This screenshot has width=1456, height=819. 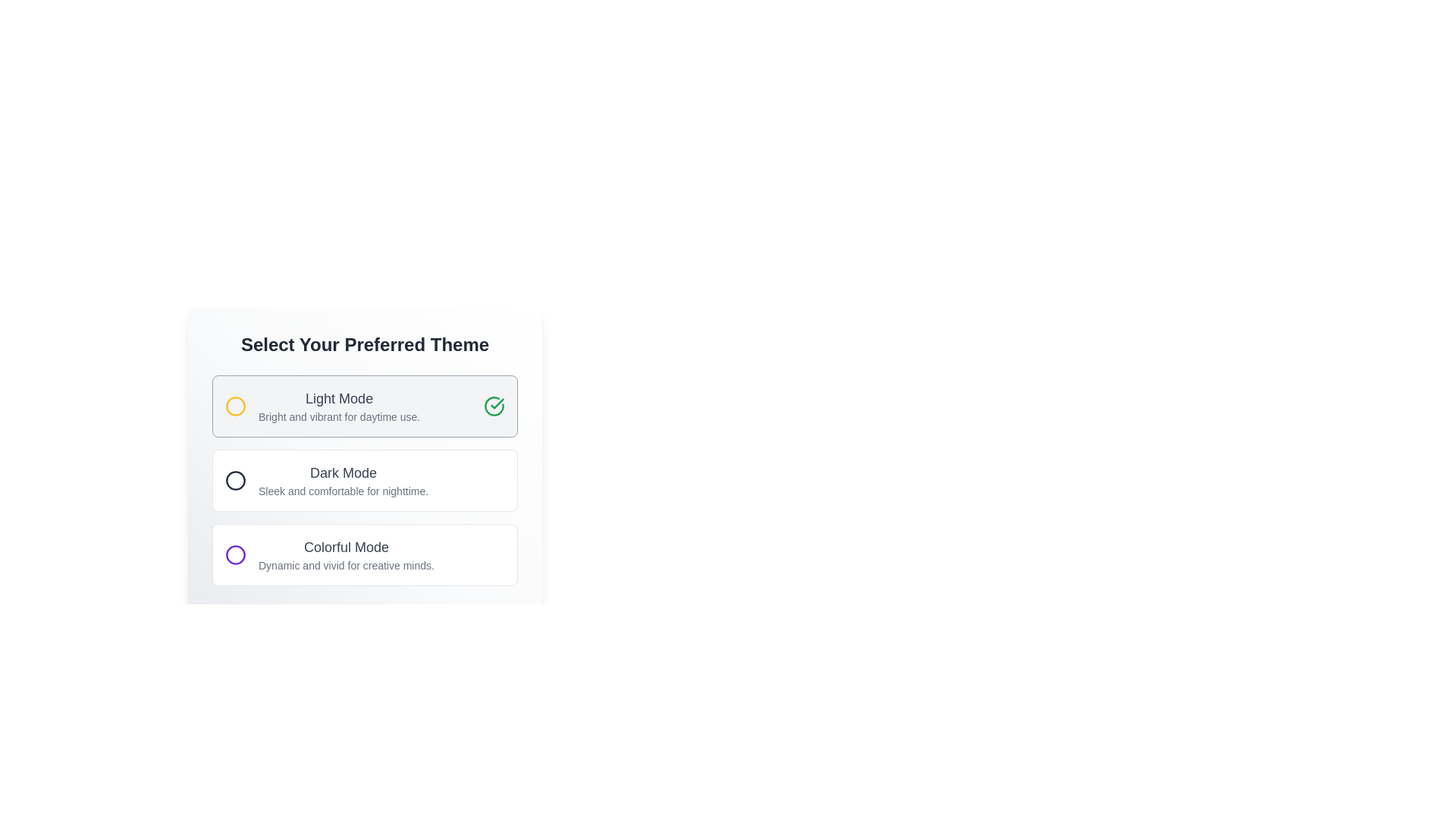 What do you see at coordinates (235, 406) in the screenshot?
I see `the circular icon with an orange ring and a white background, located to the left of the 'Light Mode' option` at bounding box center [235, 406].